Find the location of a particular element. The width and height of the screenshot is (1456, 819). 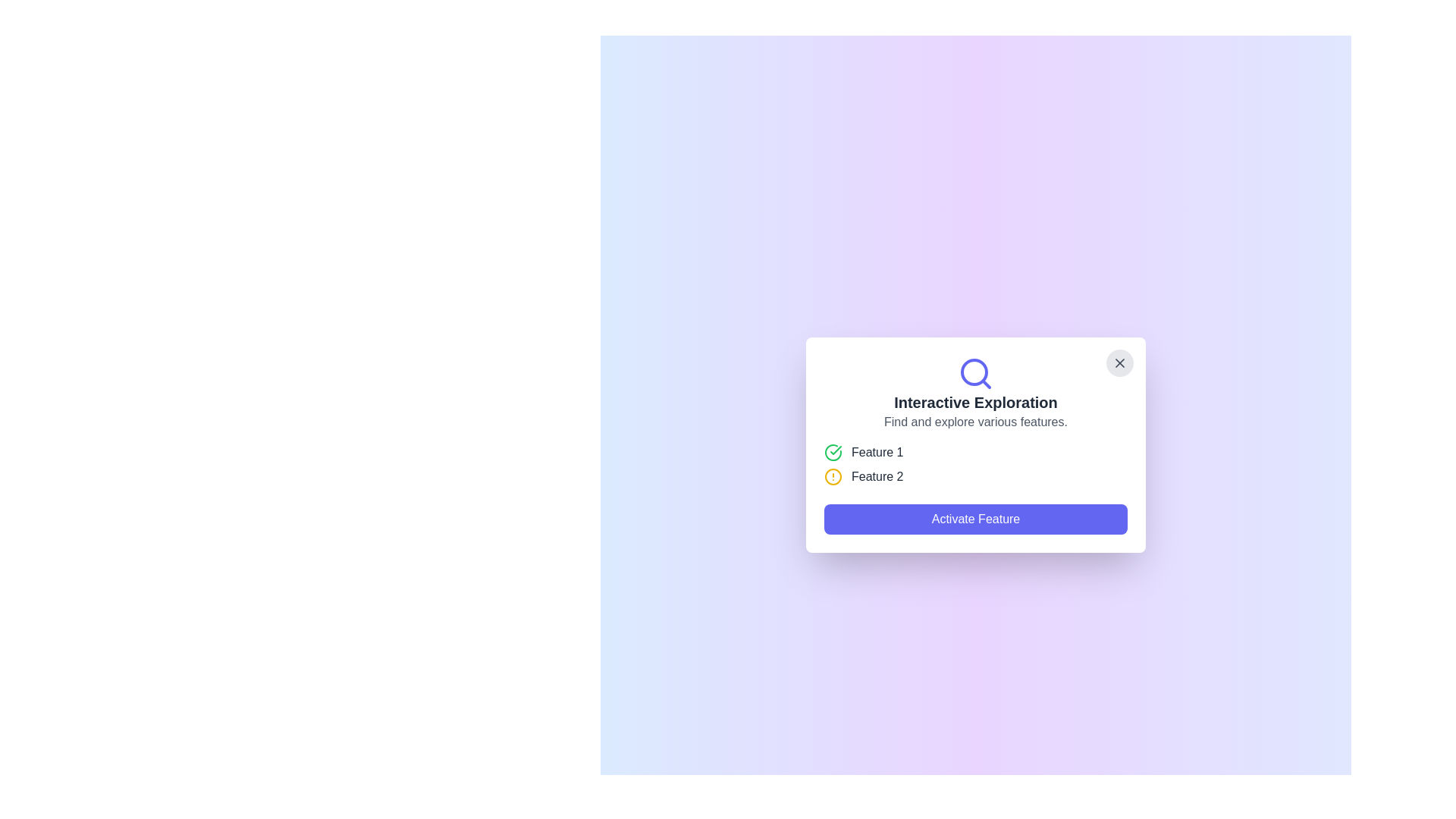

the circular vector graphic element located at the center of the magnifying glass icon in the header section of the floating card layout is located at coordinates (974, 372).